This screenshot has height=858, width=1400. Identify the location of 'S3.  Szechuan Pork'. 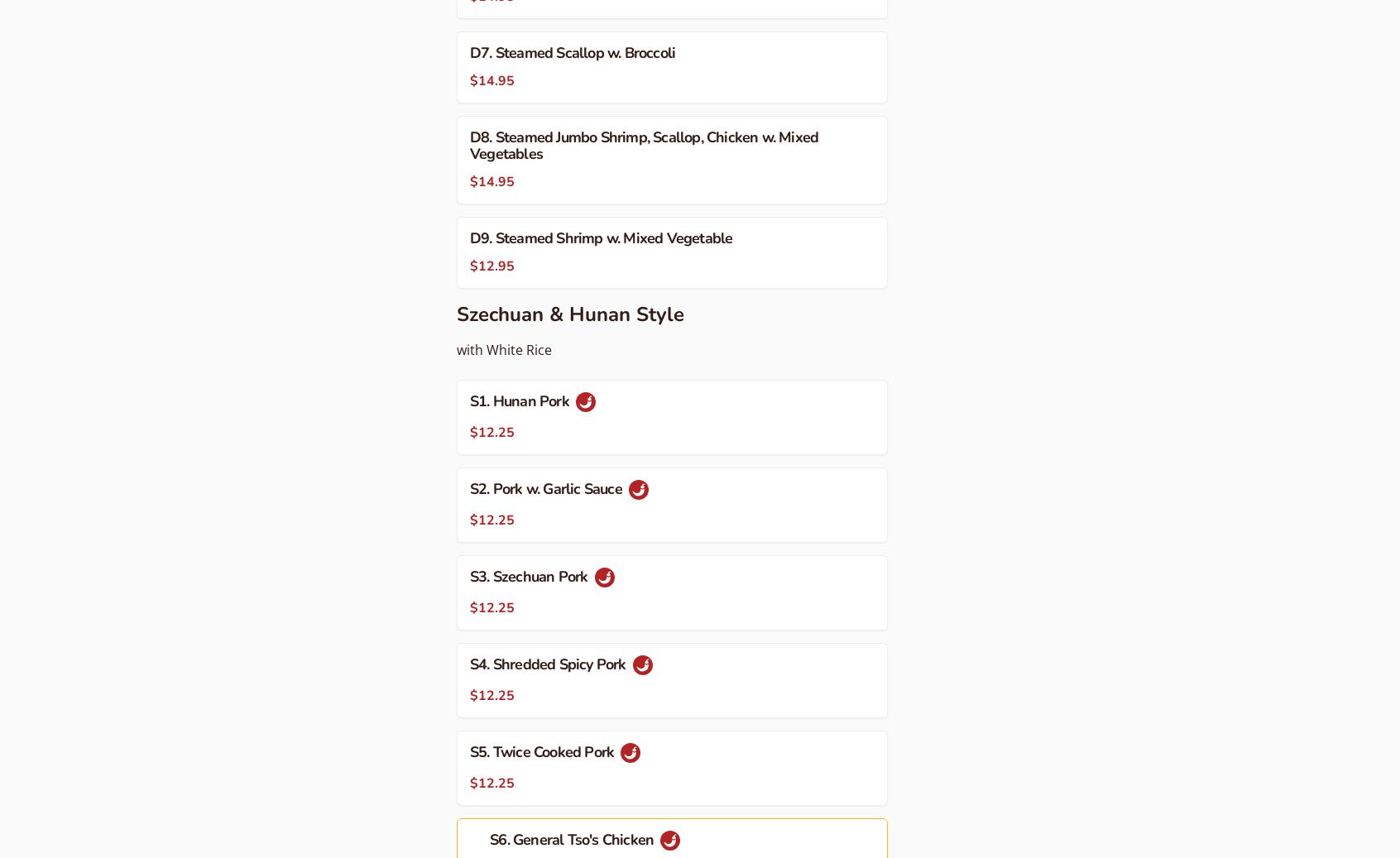
(530, 576).